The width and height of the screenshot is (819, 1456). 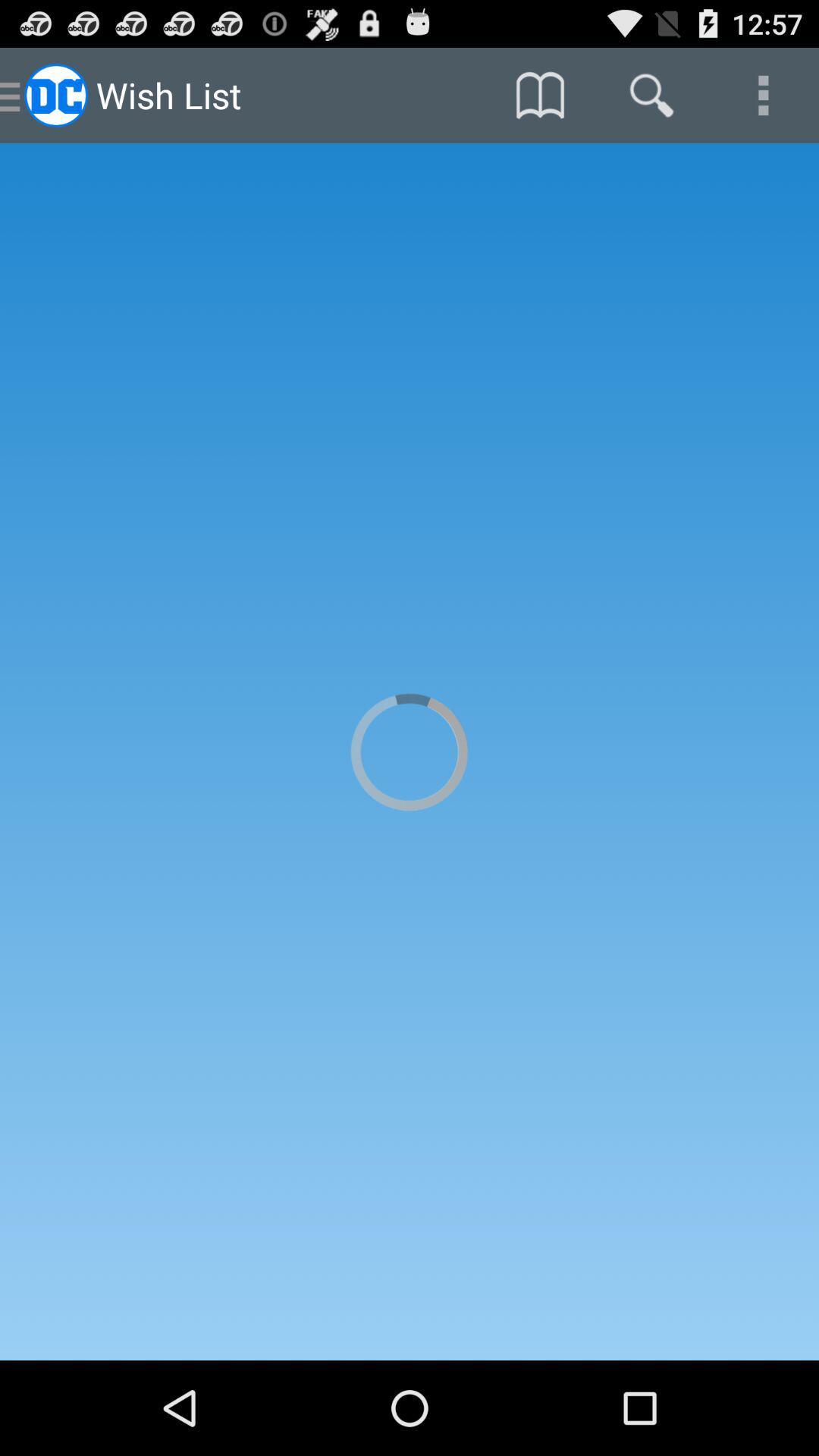 I want to click on the icon above view an item icon, so click(x=763, y=94).